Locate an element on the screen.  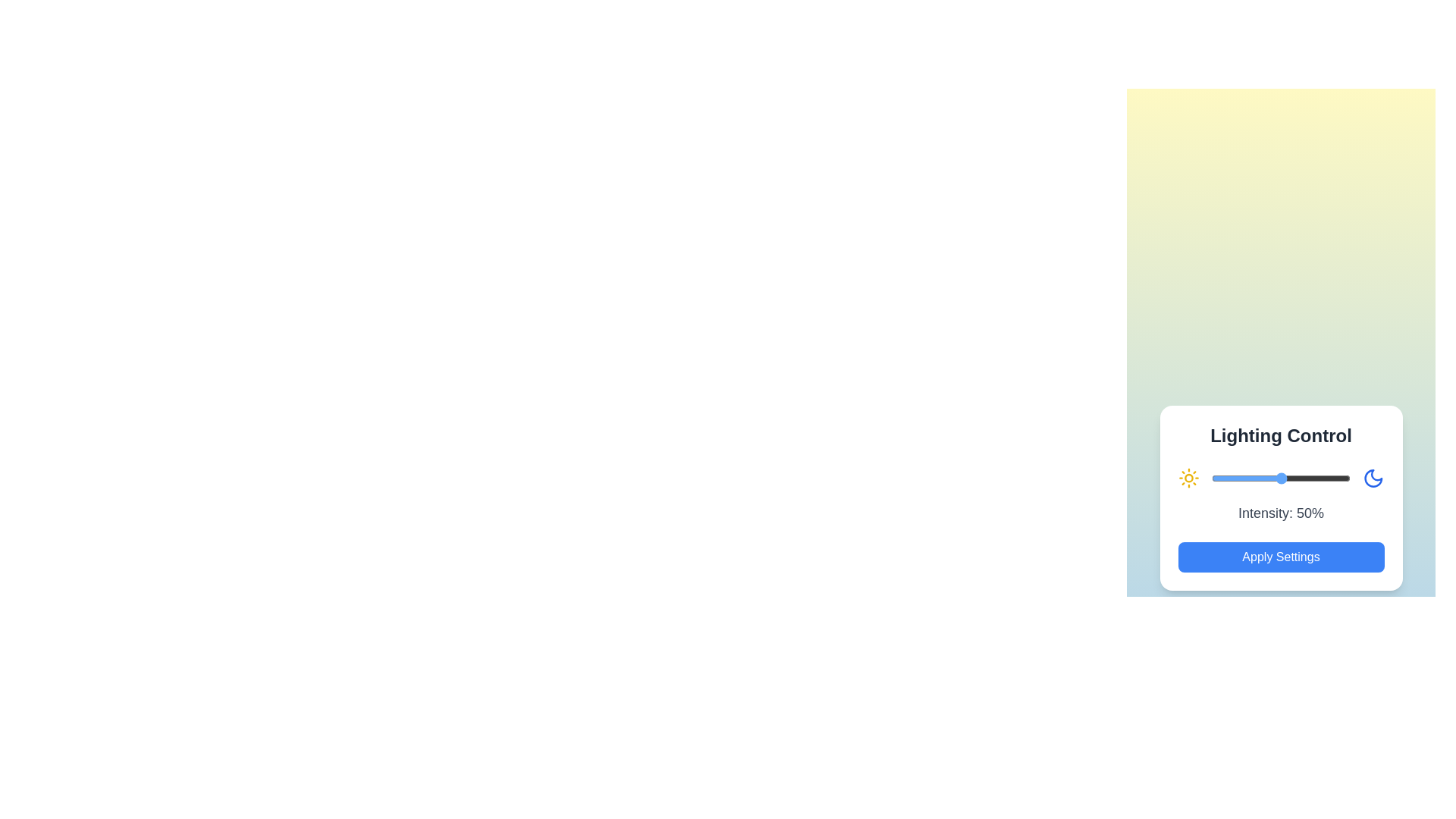
'Apply Settings' button to confirm the current intensity is located at coordinates (1280, 557).